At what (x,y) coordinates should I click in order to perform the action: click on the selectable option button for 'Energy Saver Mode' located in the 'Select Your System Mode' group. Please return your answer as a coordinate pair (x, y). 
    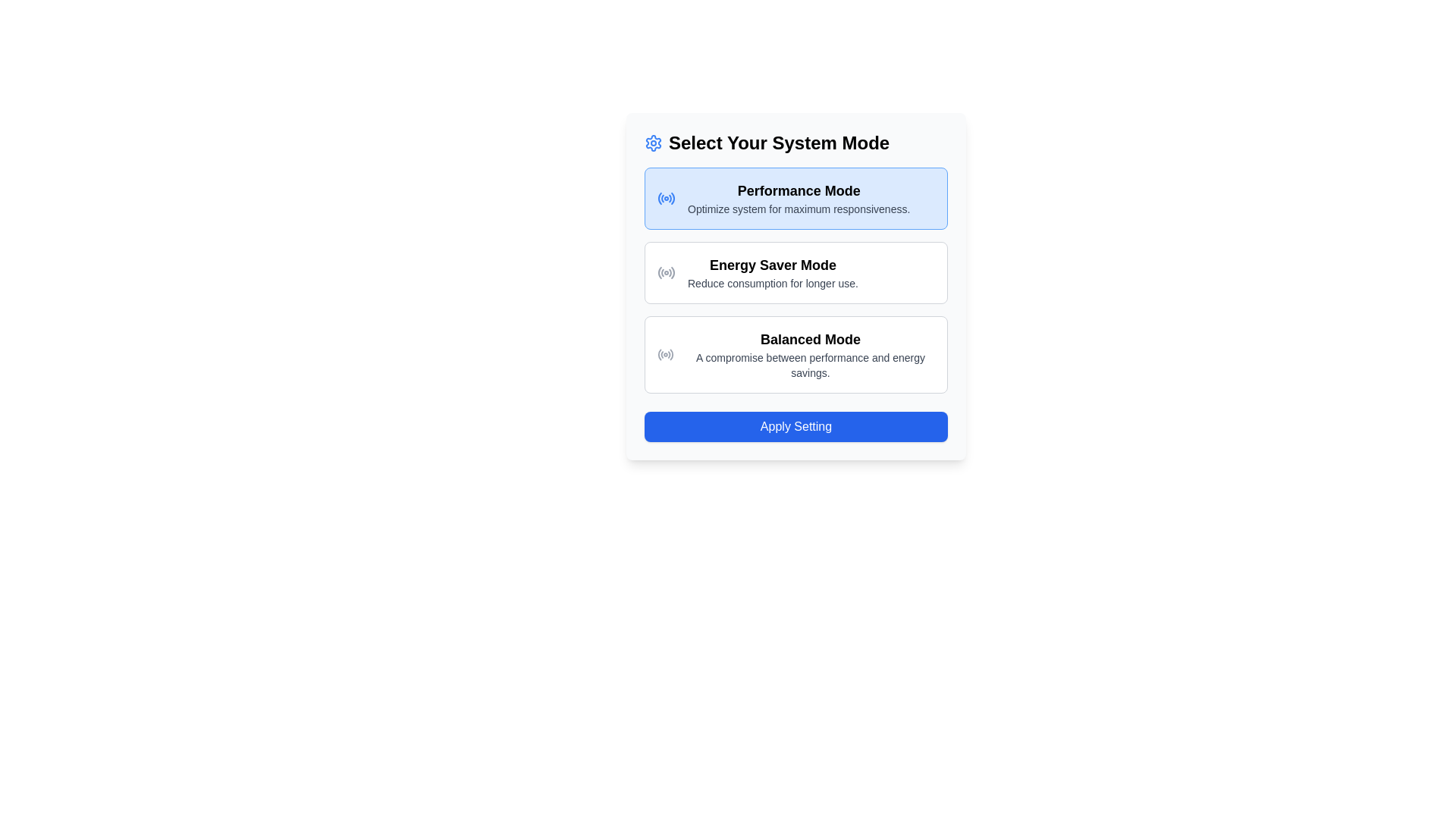
    Looking at the image, I should click on (795, 271).